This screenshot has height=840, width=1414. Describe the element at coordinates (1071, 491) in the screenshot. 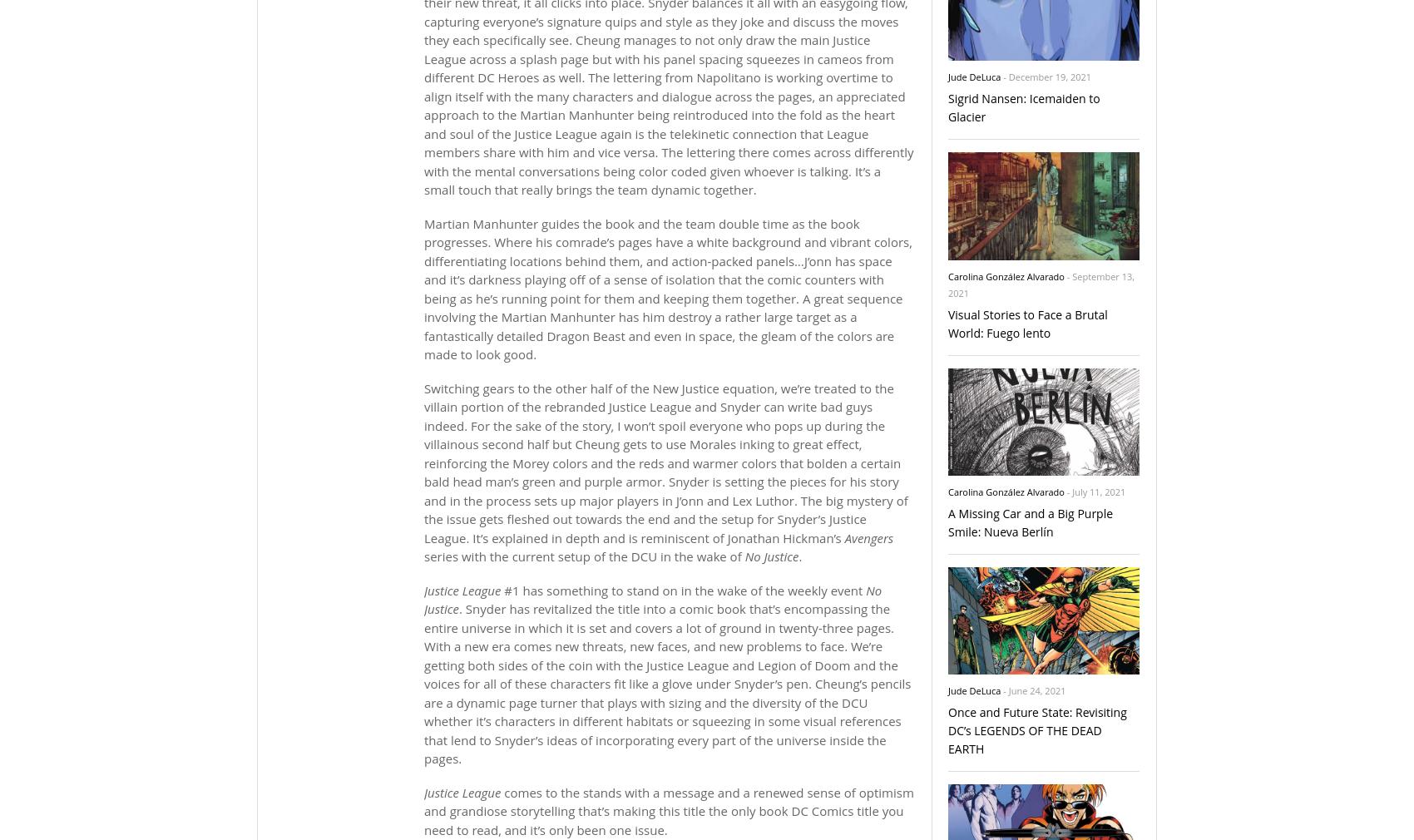

I see `'July 11, 2021'` at that location.